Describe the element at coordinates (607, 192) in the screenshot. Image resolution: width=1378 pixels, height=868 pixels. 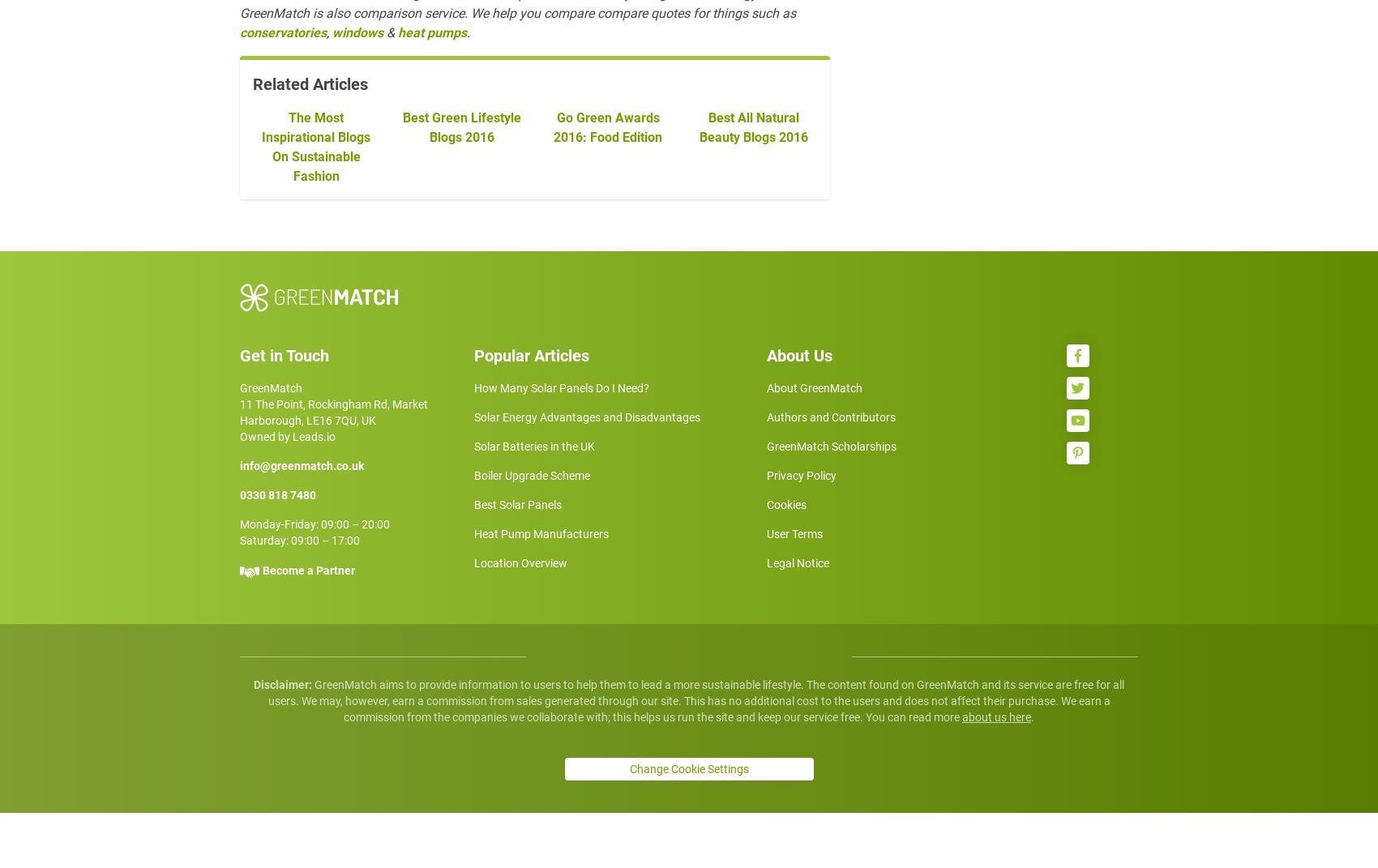
I see `'Go Green Awards 2016: Food Edition'` at that location.